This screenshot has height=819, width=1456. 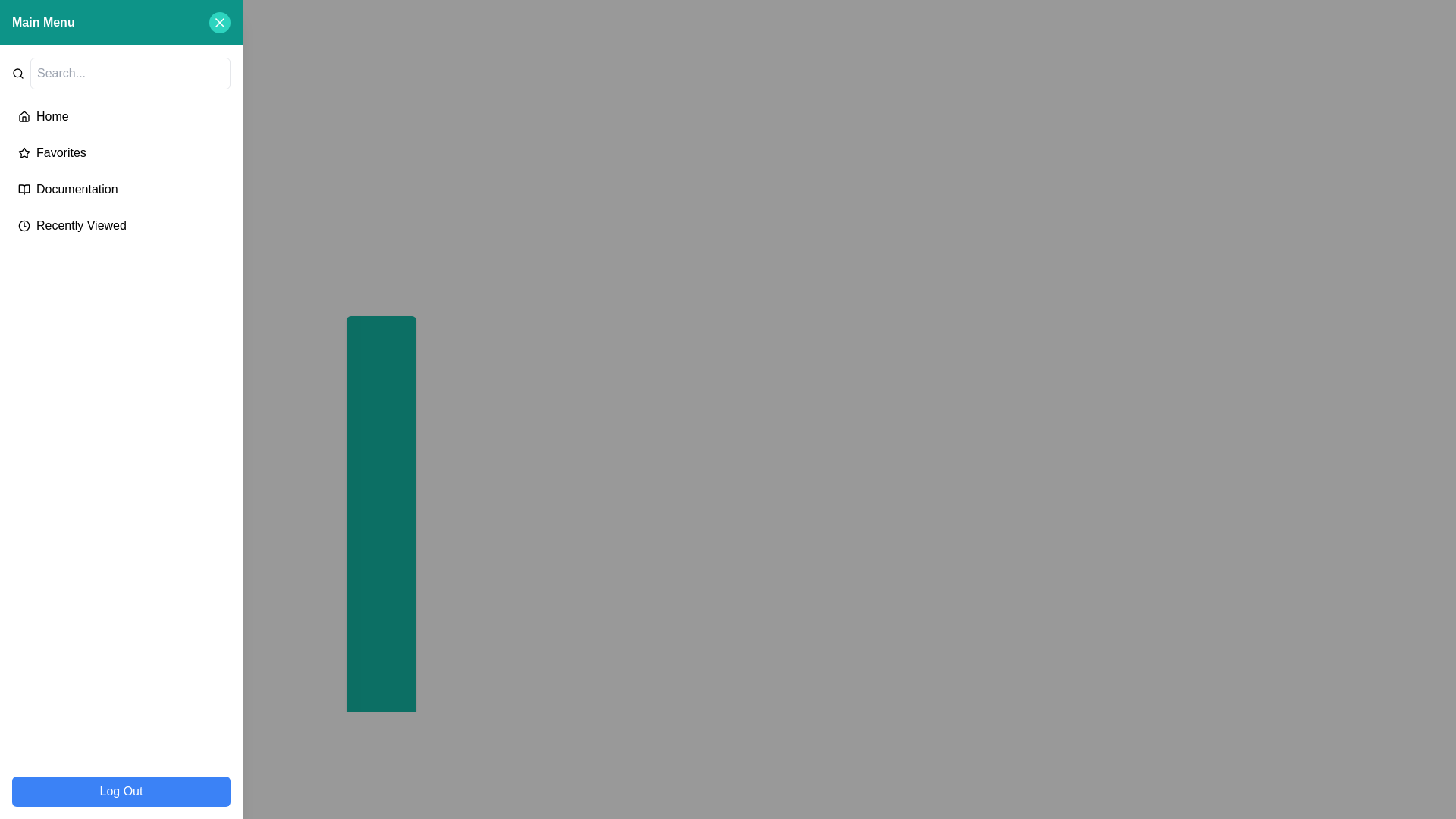 What do you see at coordinates (120, 791) in the screenshot?
I see `the blue rectangular button labeled 'Log Out' at the bottom of the sidebar` at bounding box center [120, 791].